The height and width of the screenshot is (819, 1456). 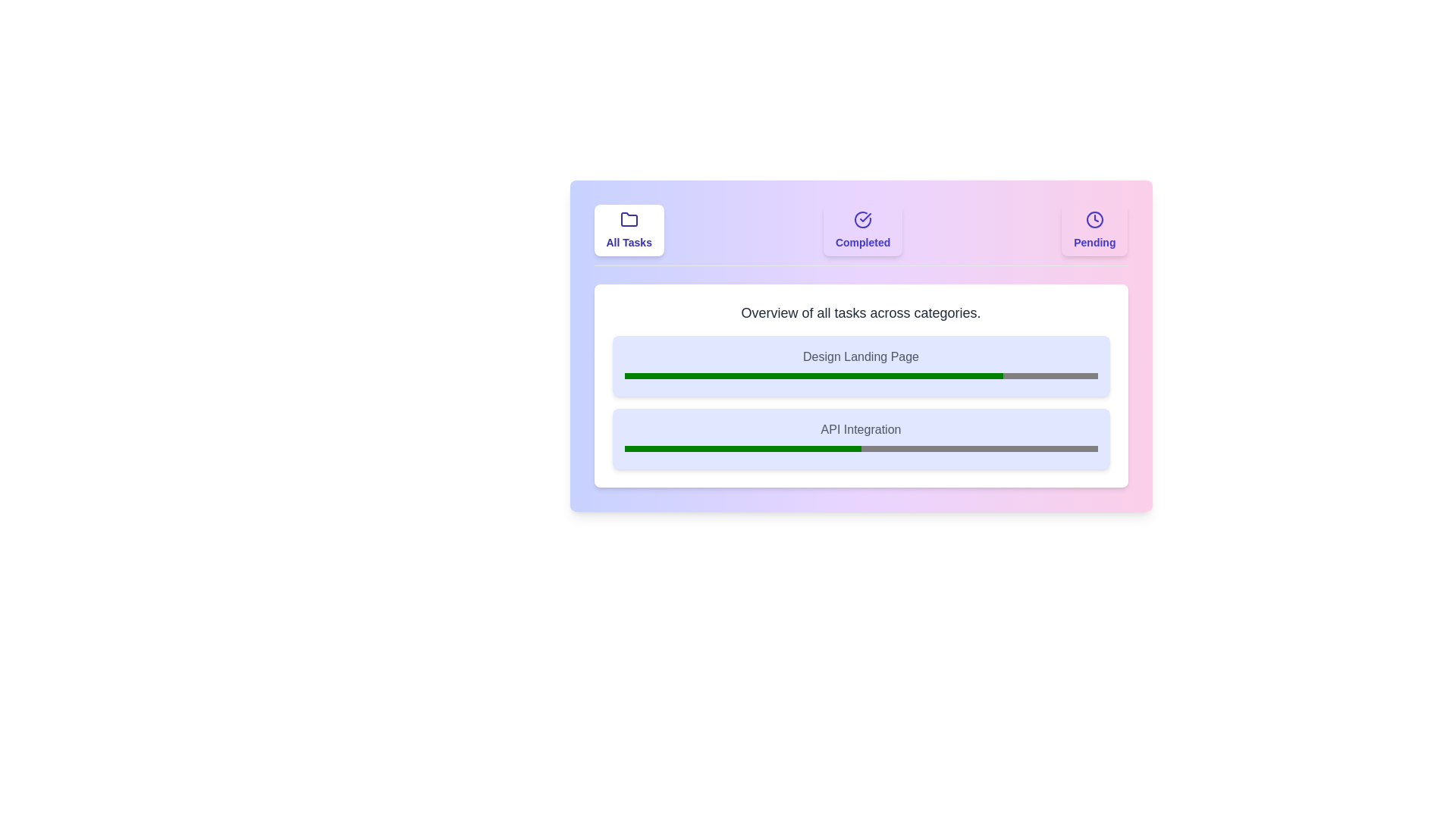 What do you see at coordinates (629, 242) in the screenshot?
I see `the 'All Tasks' label, which is a bold dark blue text located below a folder icon in the top-left panel of the interface` at bounding box center [629, 242].